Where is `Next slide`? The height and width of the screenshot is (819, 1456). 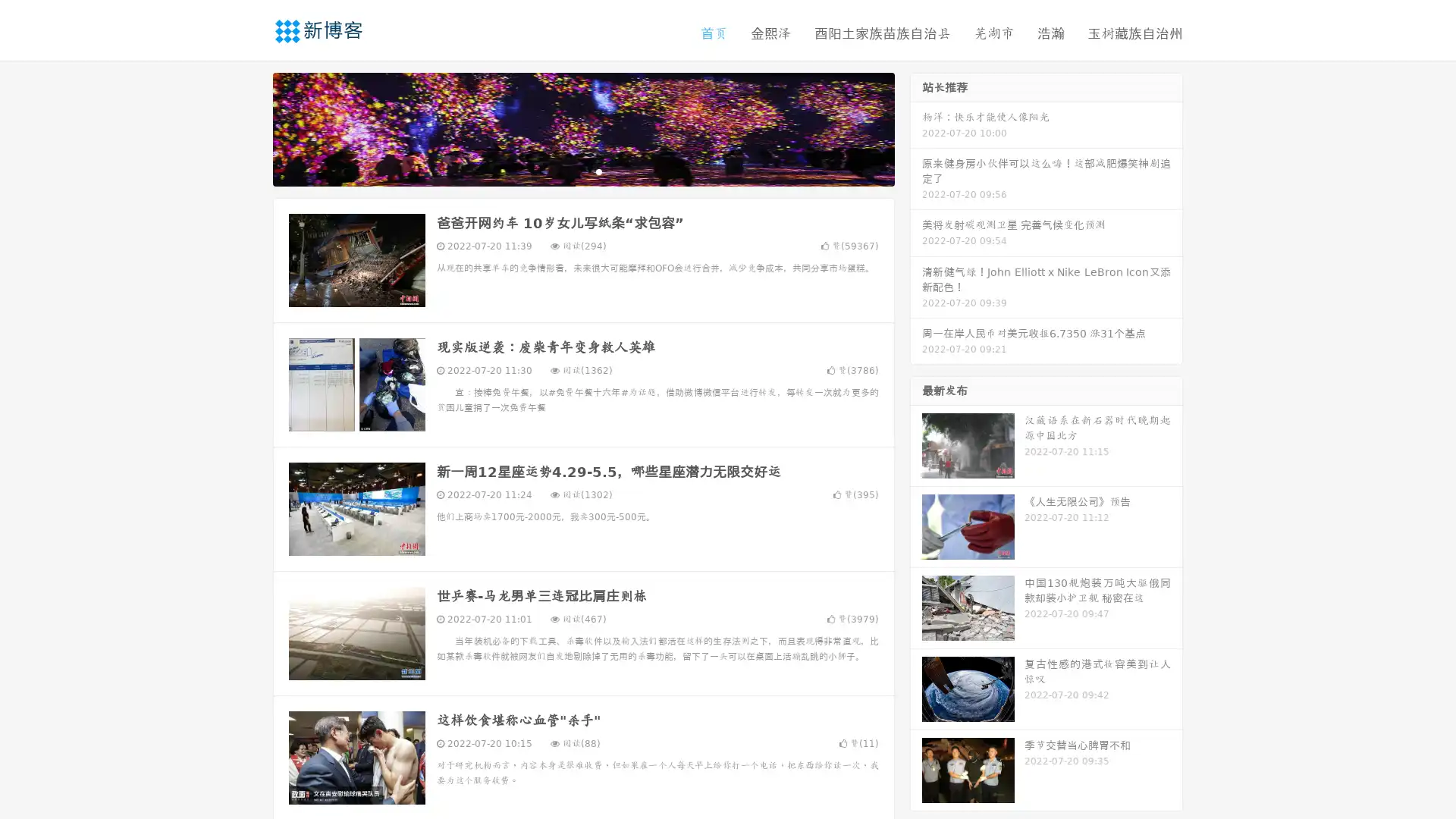
Next slide is located at coordinates (916, 127).